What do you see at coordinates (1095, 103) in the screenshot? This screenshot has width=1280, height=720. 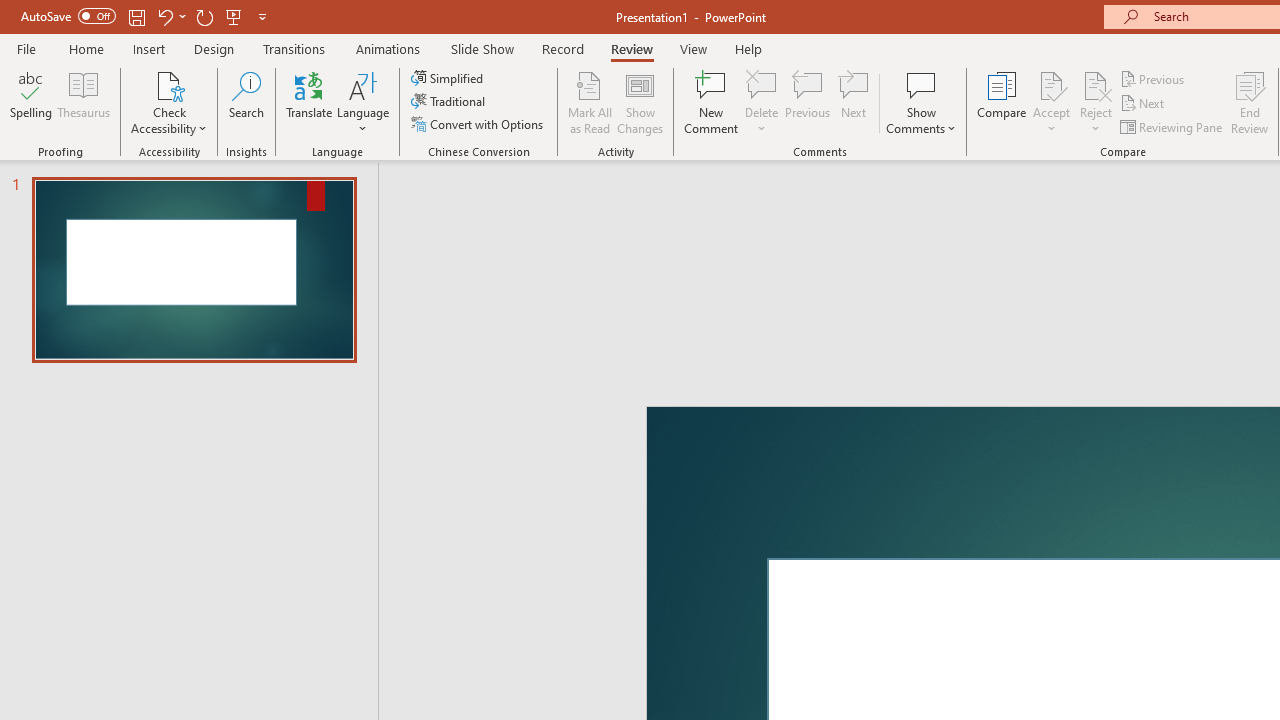 I see `'Reject'` at bounding box center [1095, 103].